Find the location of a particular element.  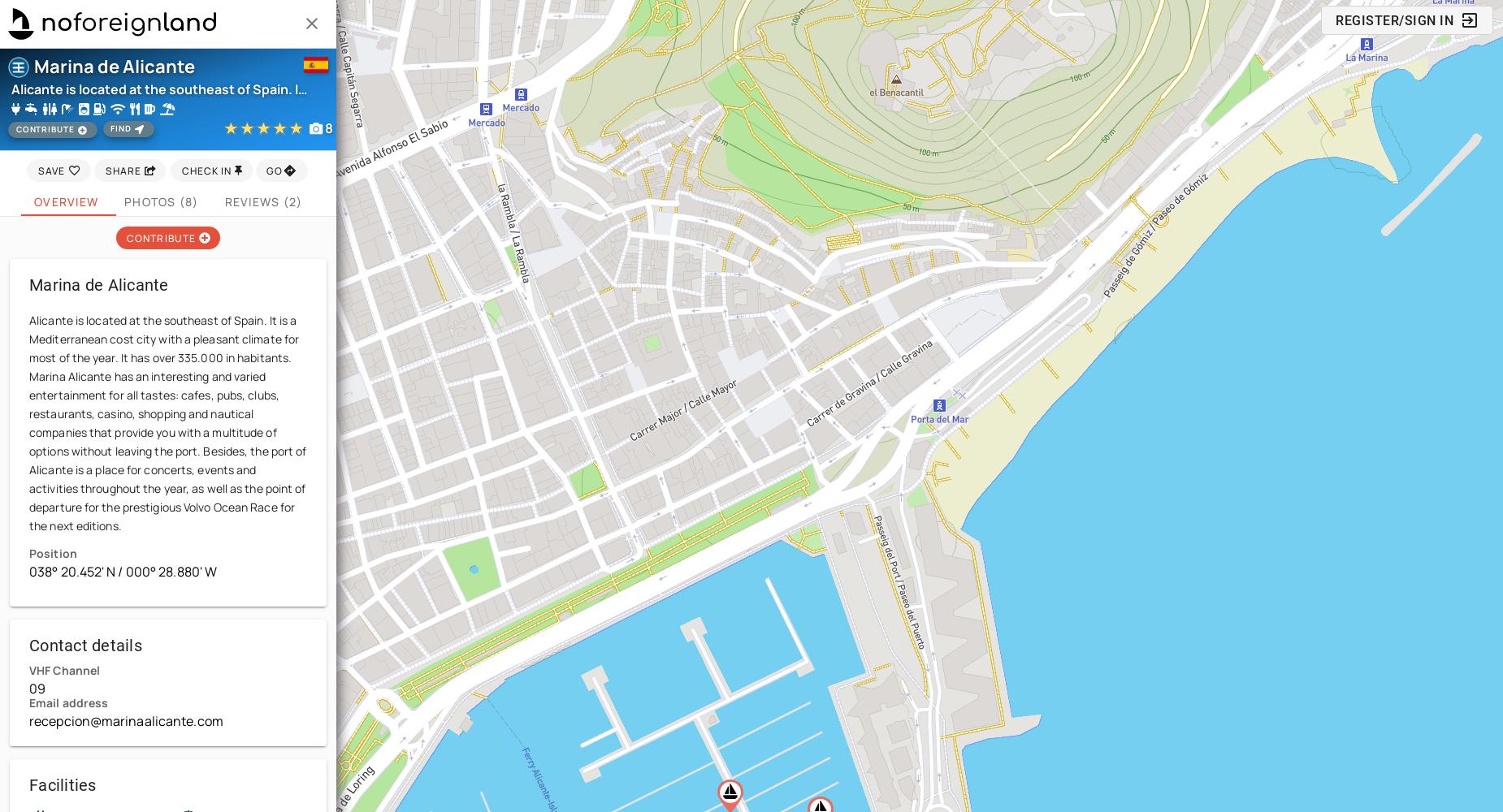

'Alicante is located at the southeast of Spain. It is a Mediterranean cost city with a pleasant climate for most of the year. It has over 335.000 in habitants.

Marina Alicante has an interesting and varied entertainment for all tastes: cafes, pubs, clubs, restaurants, casino, shopping and nautical companies that provide you with a multitude of options without leaving the port.

Besides, the port of Alicante is a place for concerts, events and activities throughout the year, as well as the point of departure for the prestigious Volvo Ocean Race for the next editions.' is located at coordinates (167, 423).